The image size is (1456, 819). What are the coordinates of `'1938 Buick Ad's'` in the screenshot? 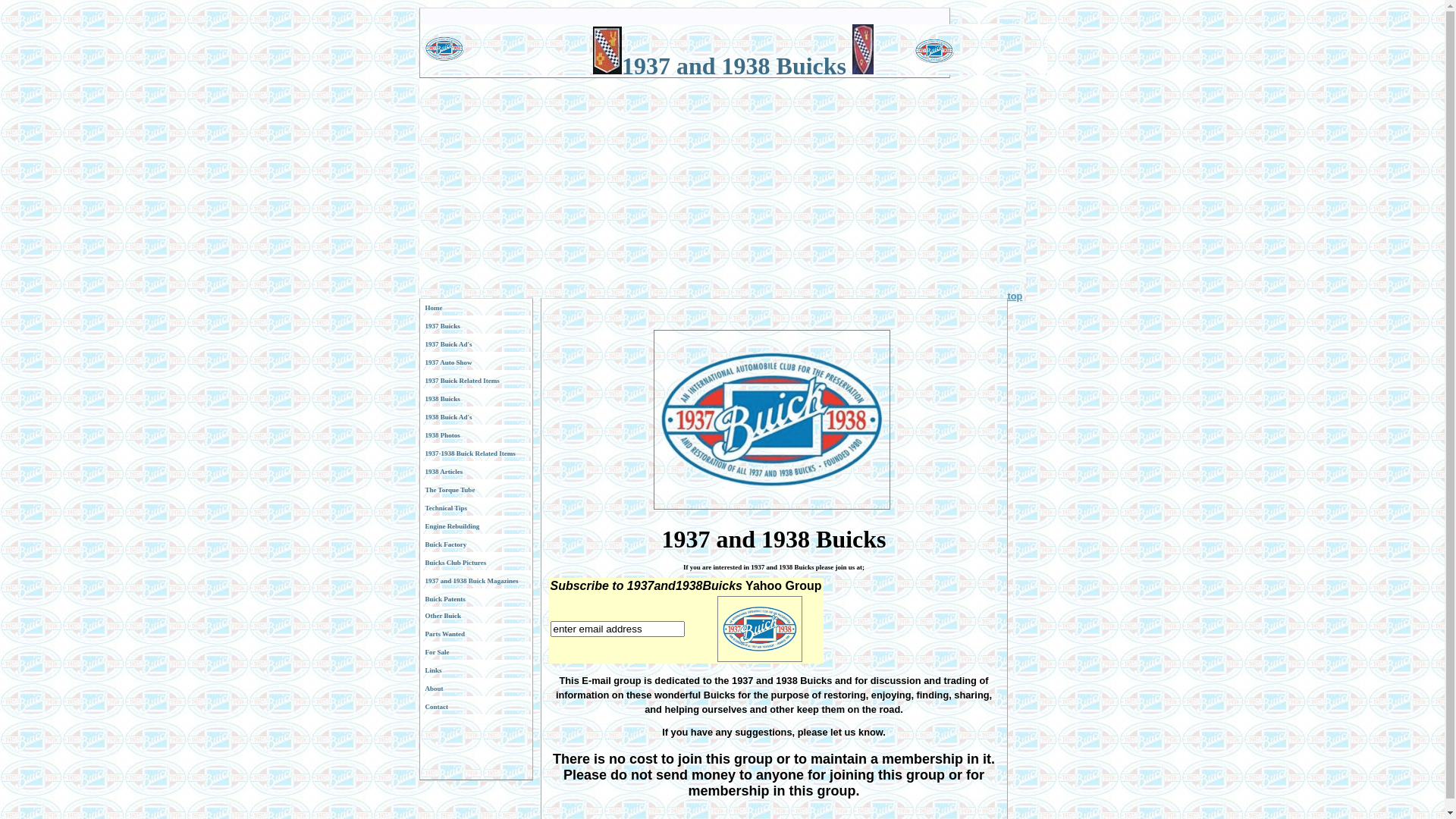 It's located at (419, 417).